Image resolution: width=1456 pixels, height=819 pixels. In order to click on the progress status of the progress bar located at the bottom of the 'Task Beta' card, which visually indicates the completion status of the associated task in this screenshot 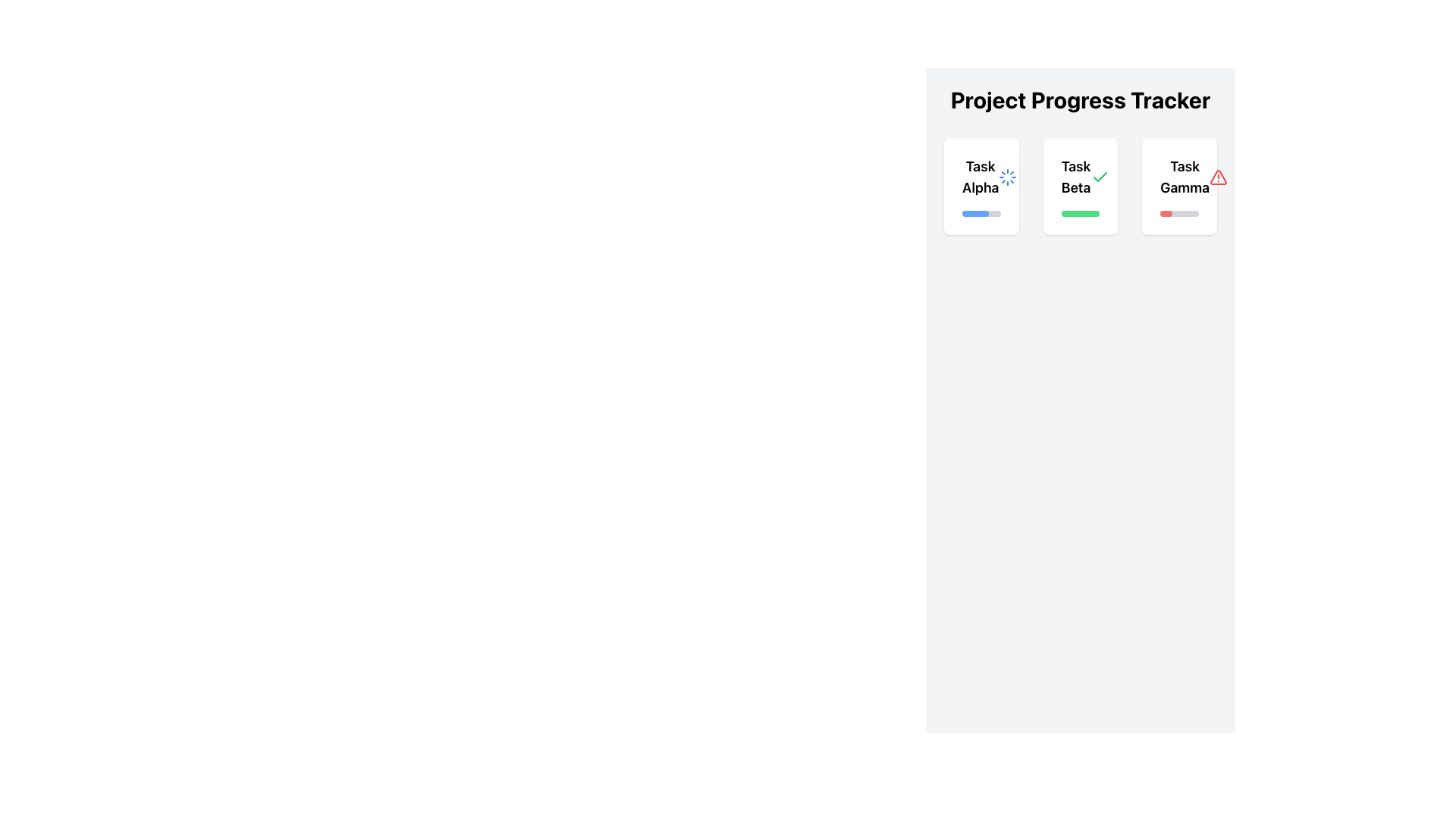, I will do `click(1080, 213)`.